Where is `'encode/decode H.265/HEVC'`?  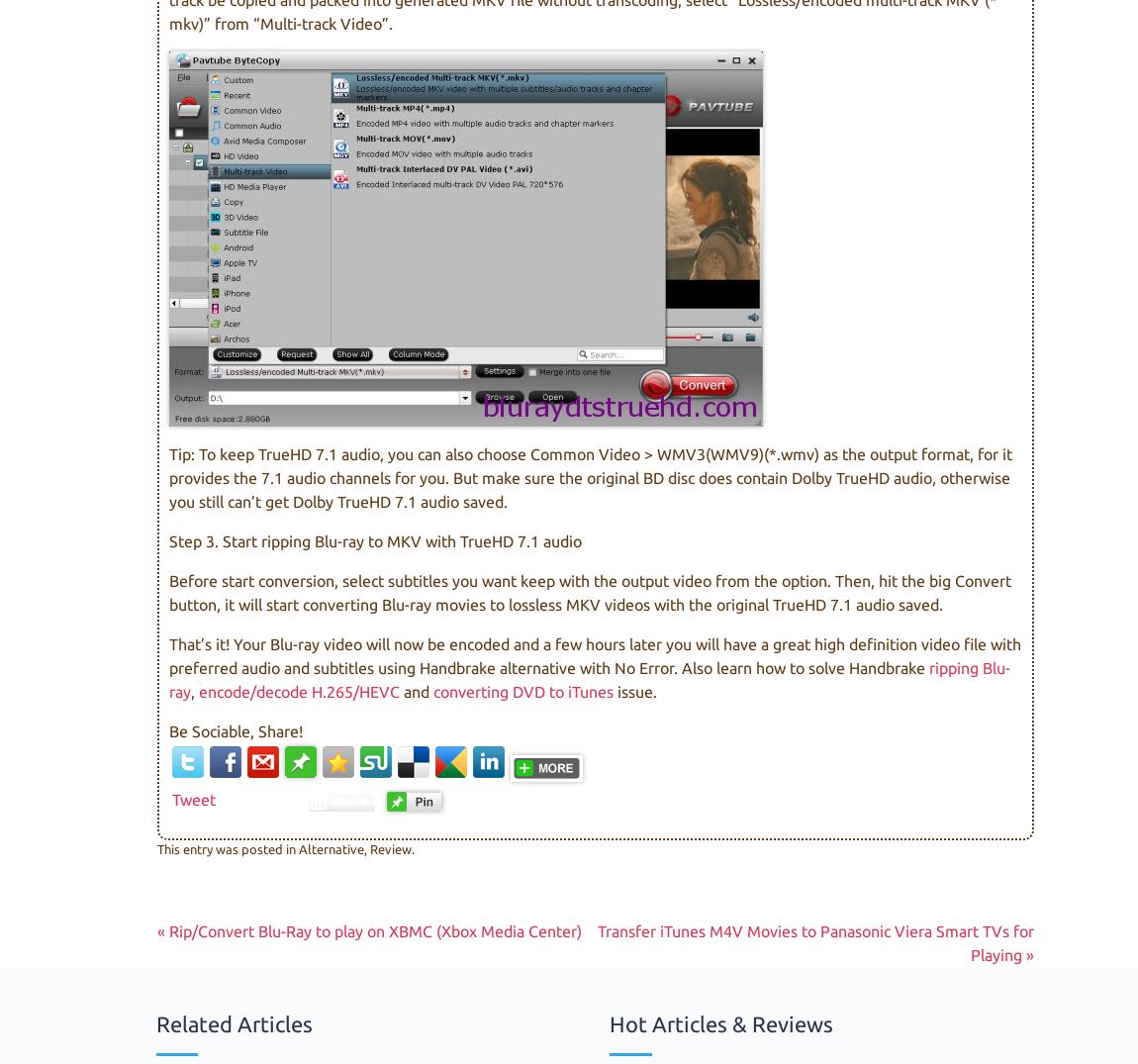 'encode/decode H.265/HEVC' is located at coordinates (299, 690).